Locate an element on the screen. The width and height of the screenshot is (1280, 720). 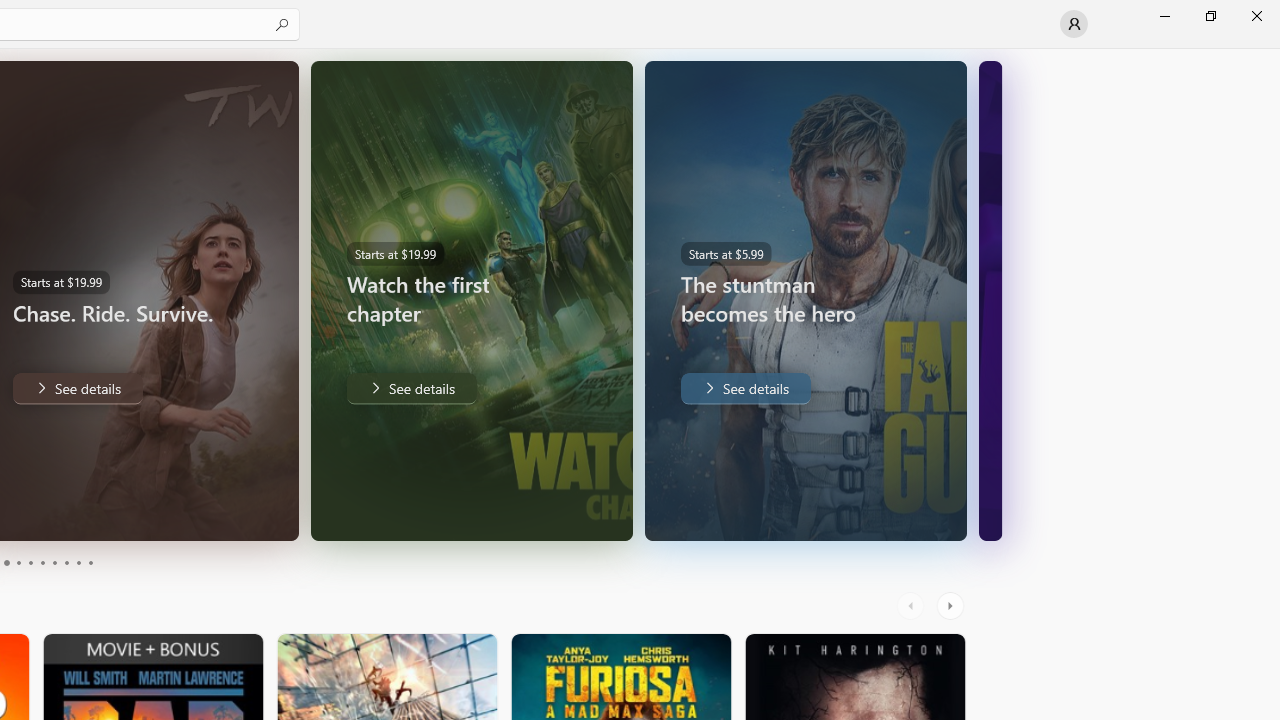
'Close Microsoft Store' is located at coordinates (1255, 15).